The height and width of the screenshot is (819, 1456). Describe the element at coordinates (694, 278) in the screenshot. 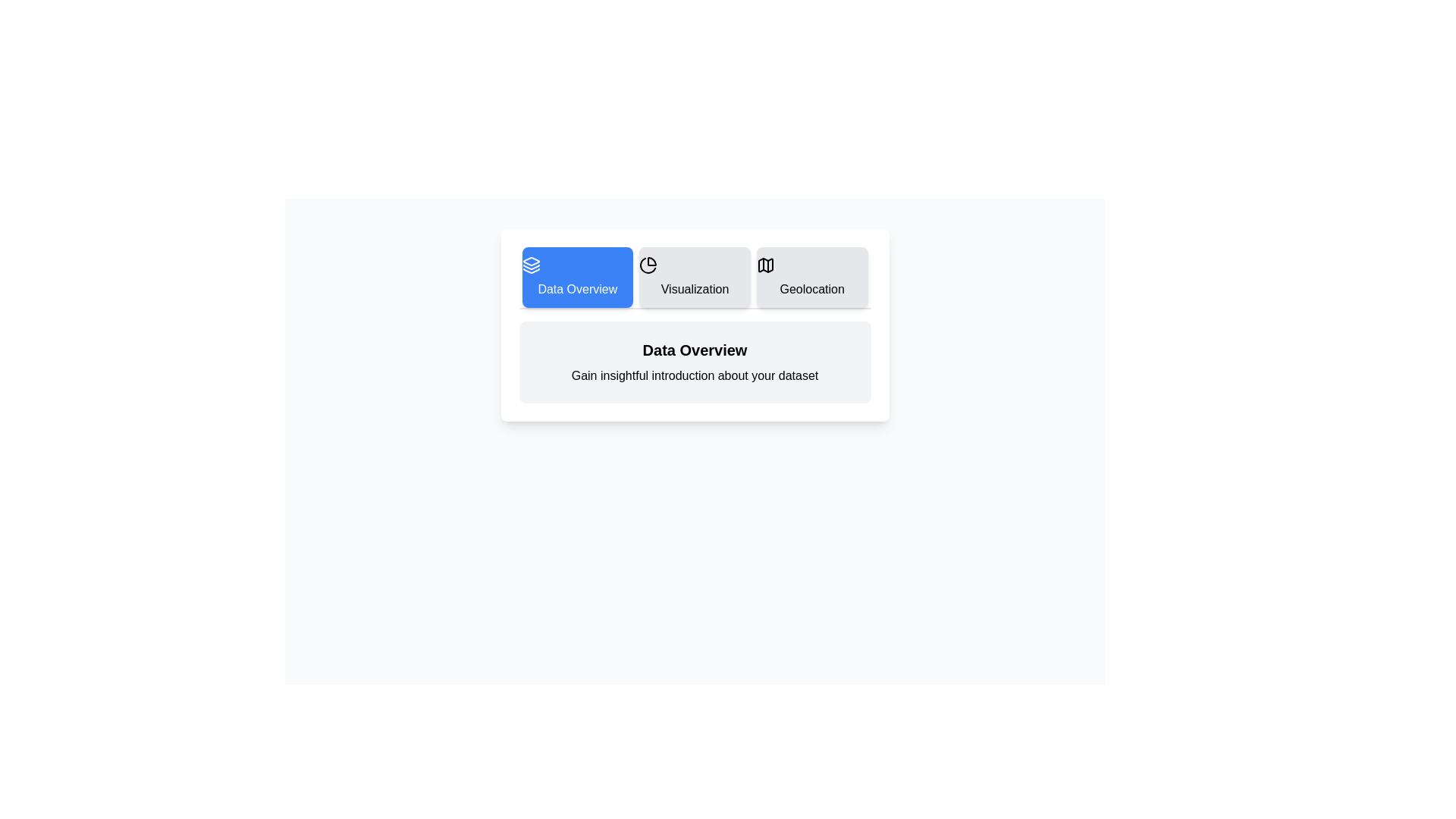

I see `the tab corresponding to Visualization` at that location.